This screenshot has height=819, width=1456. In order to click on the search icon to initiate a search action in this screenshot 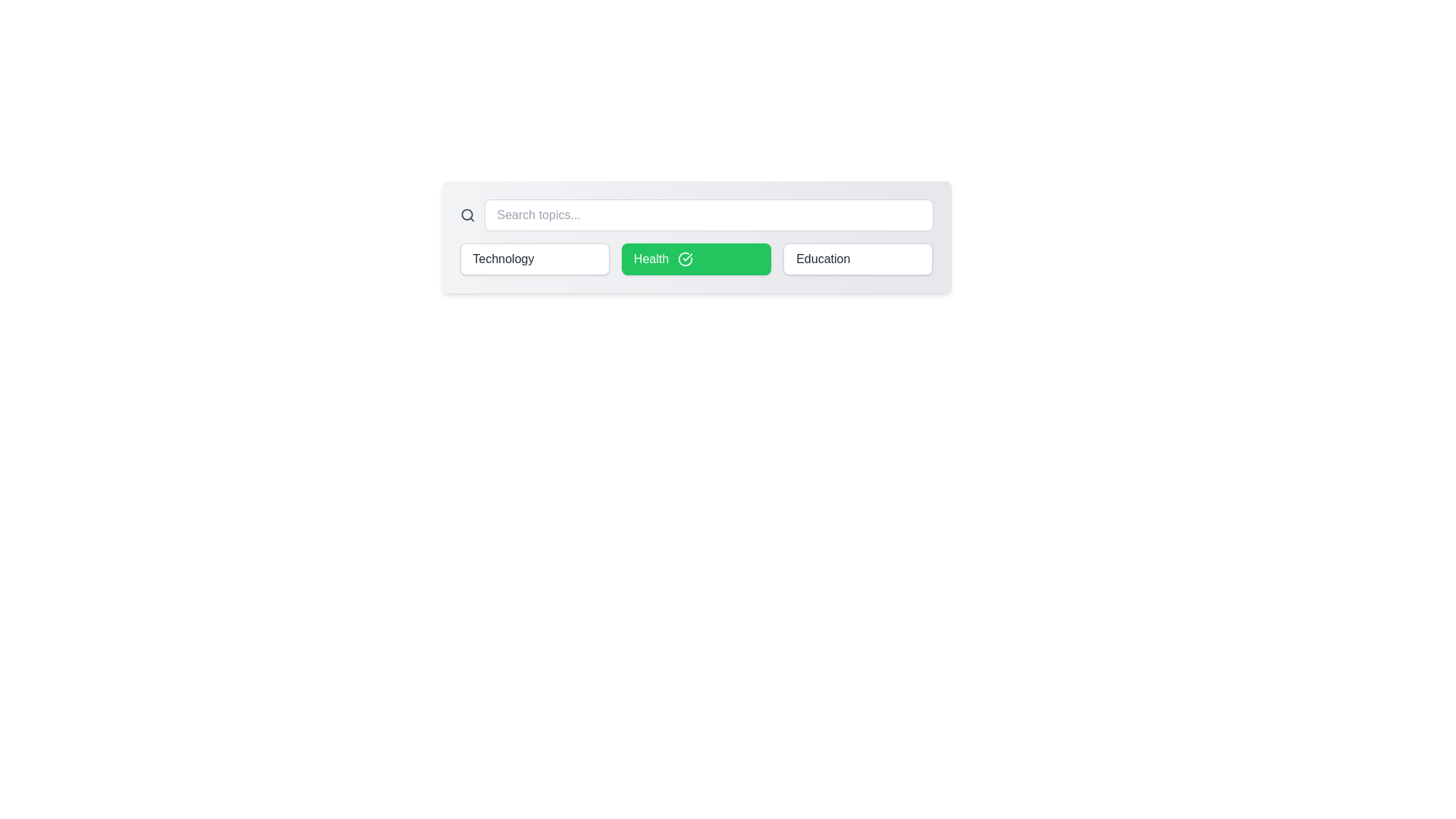, I will do `click(466, 215)`.